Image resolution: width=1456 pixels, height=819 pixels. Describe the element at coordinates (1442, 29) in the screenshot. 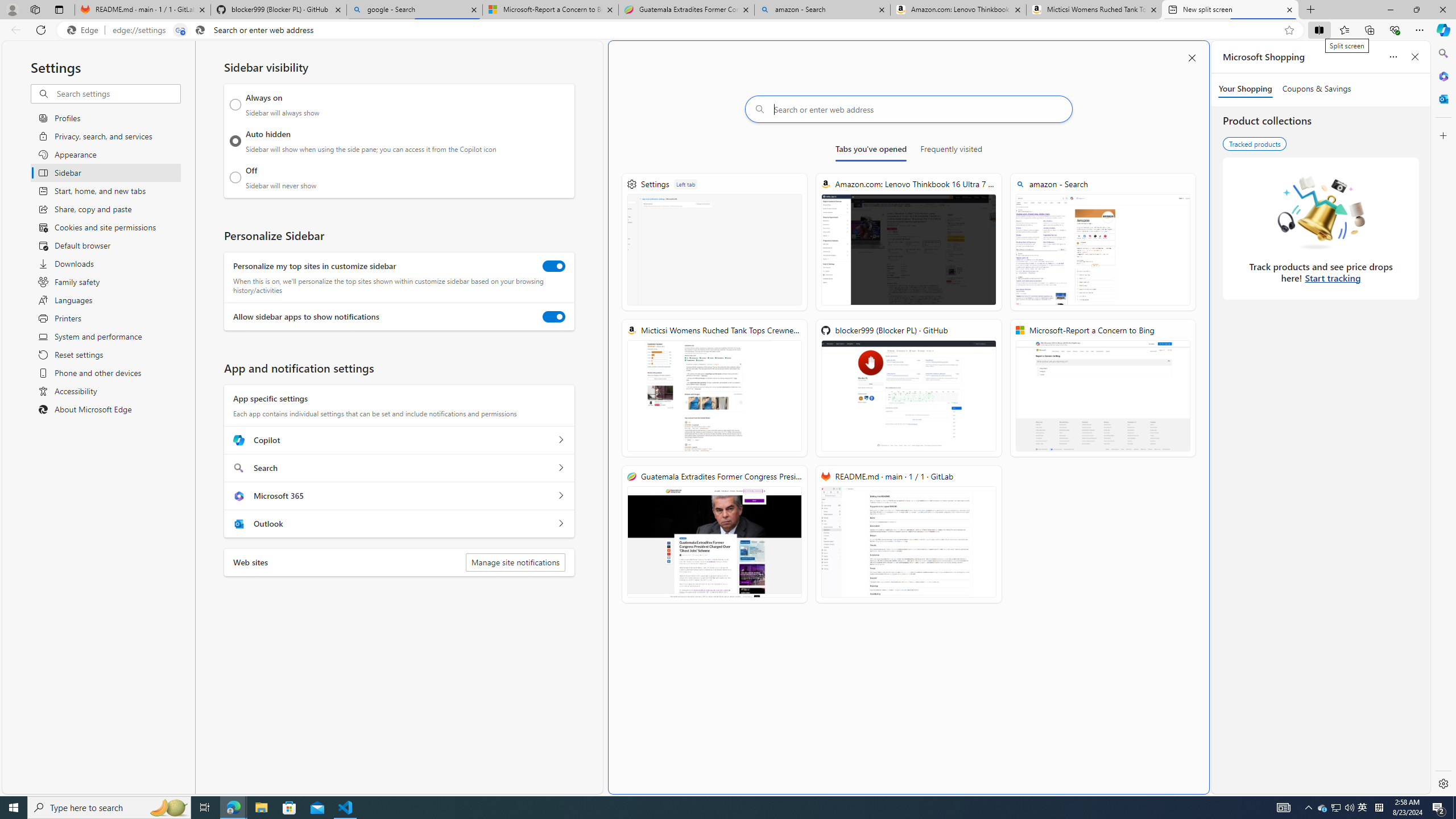

I see `'Copilot (Ctrl+Shift+.)'` at that location.